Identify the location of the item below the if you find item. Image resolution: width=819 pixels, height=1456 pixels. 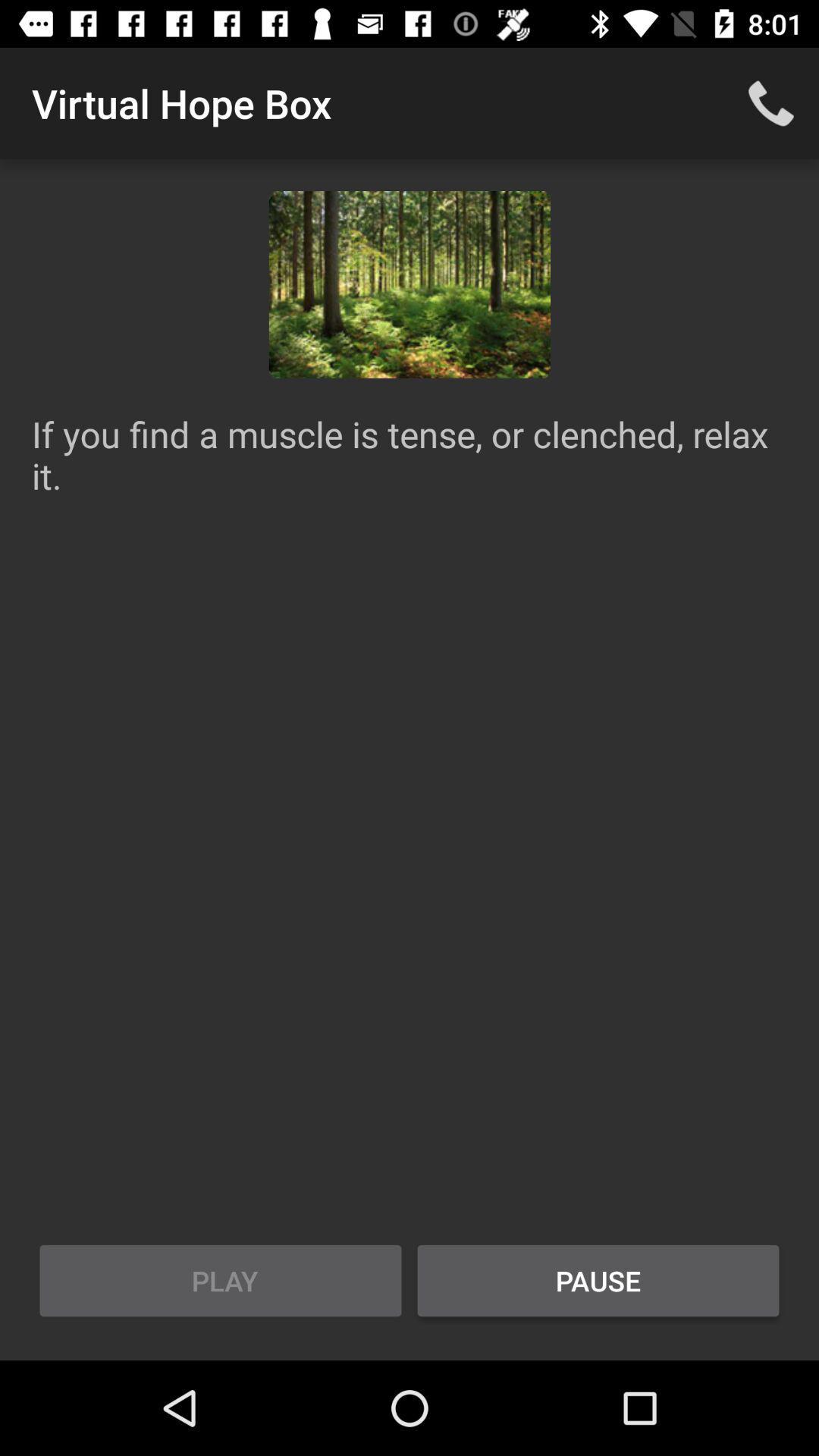
(220, 1280).